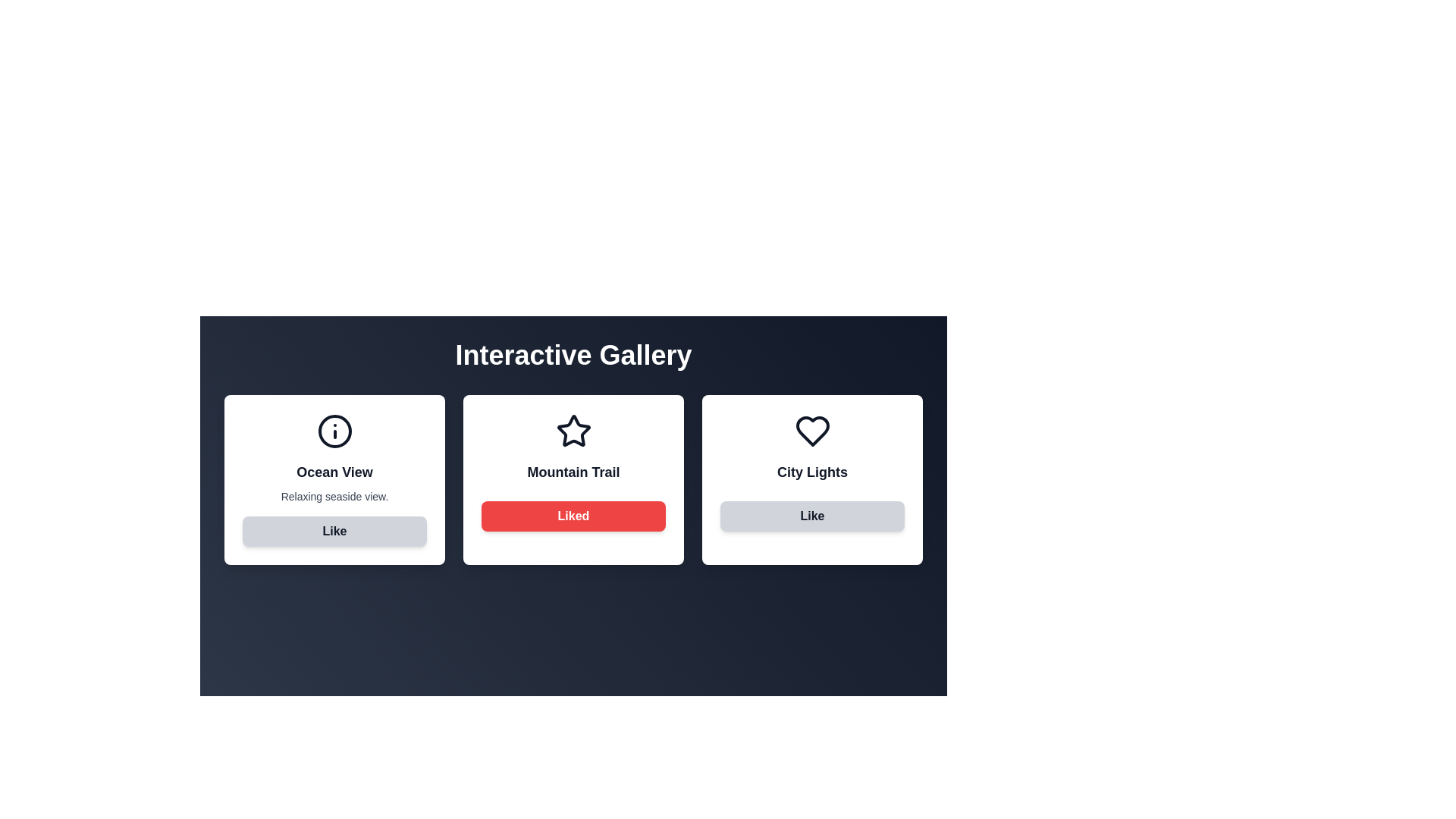 This screenshot has width=1456, height=819. Describe the element at coordinates (334, 497) in the screenshot. I see `the text label displaying 'Relaxing seaside view.' which is styled in gray and positioned below 'Ocean View' and above the 'Like' button` at that location.